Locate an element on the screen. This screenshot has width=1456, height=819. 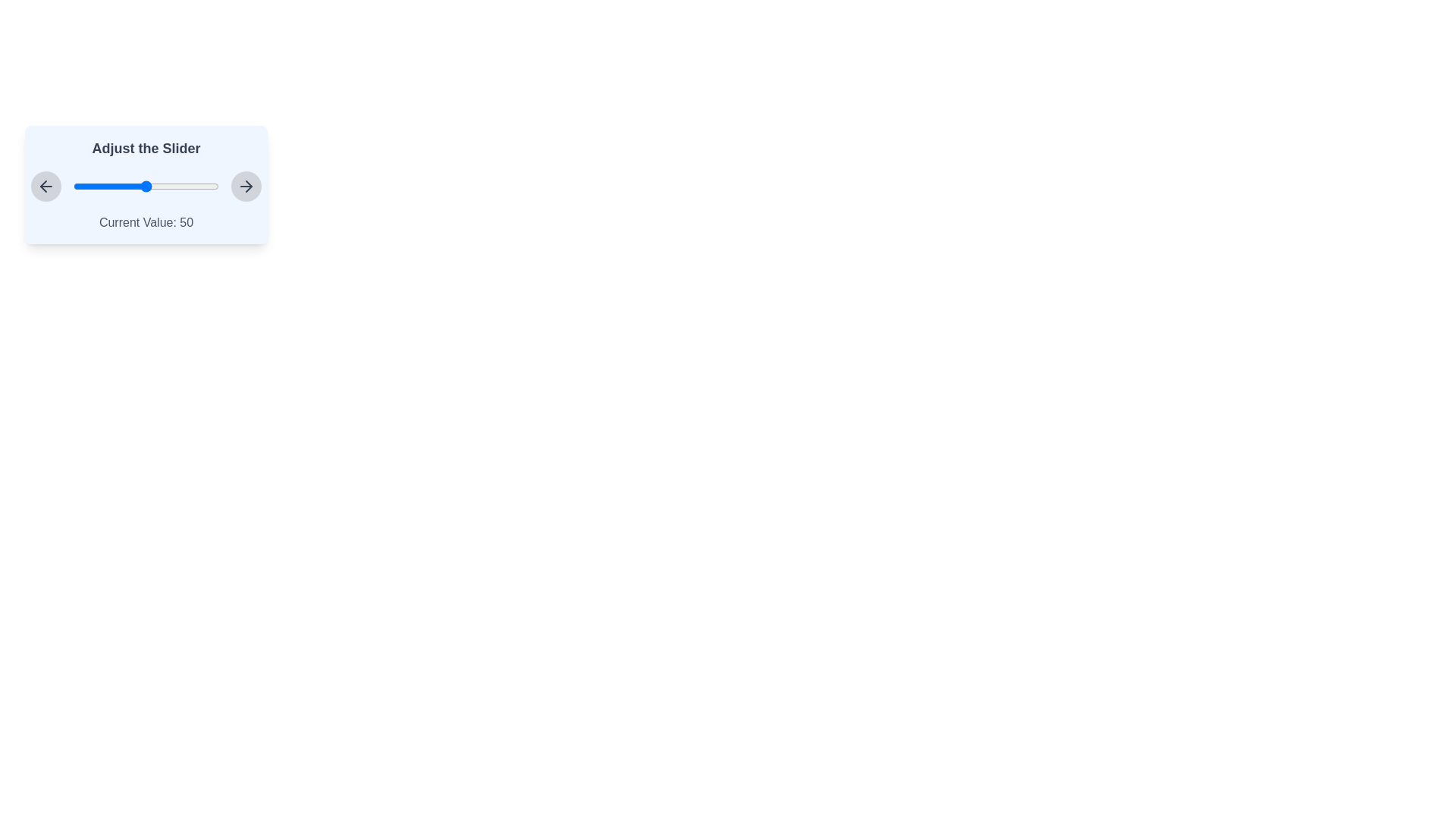
the slider is located at coordinates (128, 186).